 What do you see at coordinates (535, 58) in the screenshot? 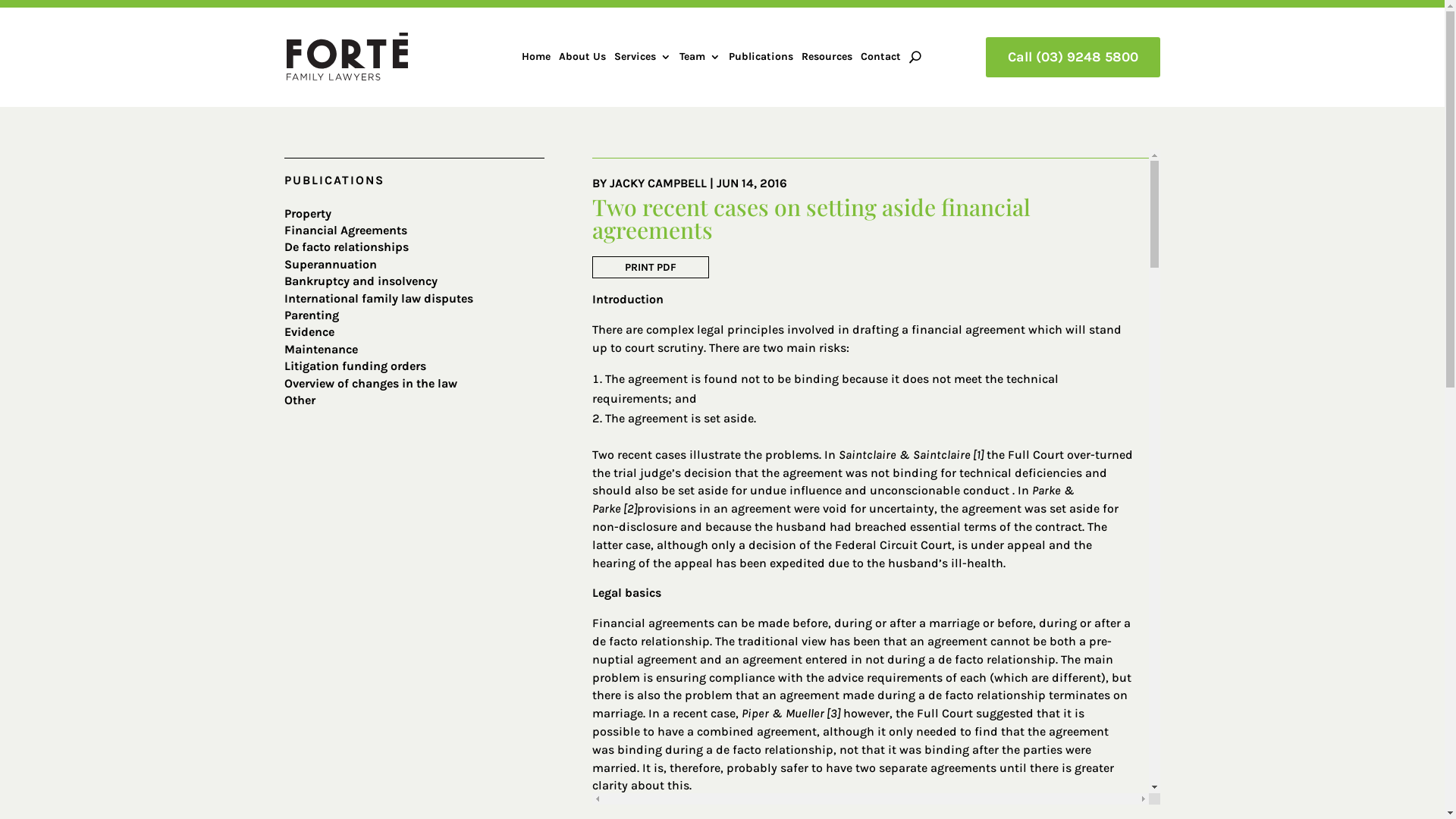
I see `'Home'` at bounding box center [535, 58].